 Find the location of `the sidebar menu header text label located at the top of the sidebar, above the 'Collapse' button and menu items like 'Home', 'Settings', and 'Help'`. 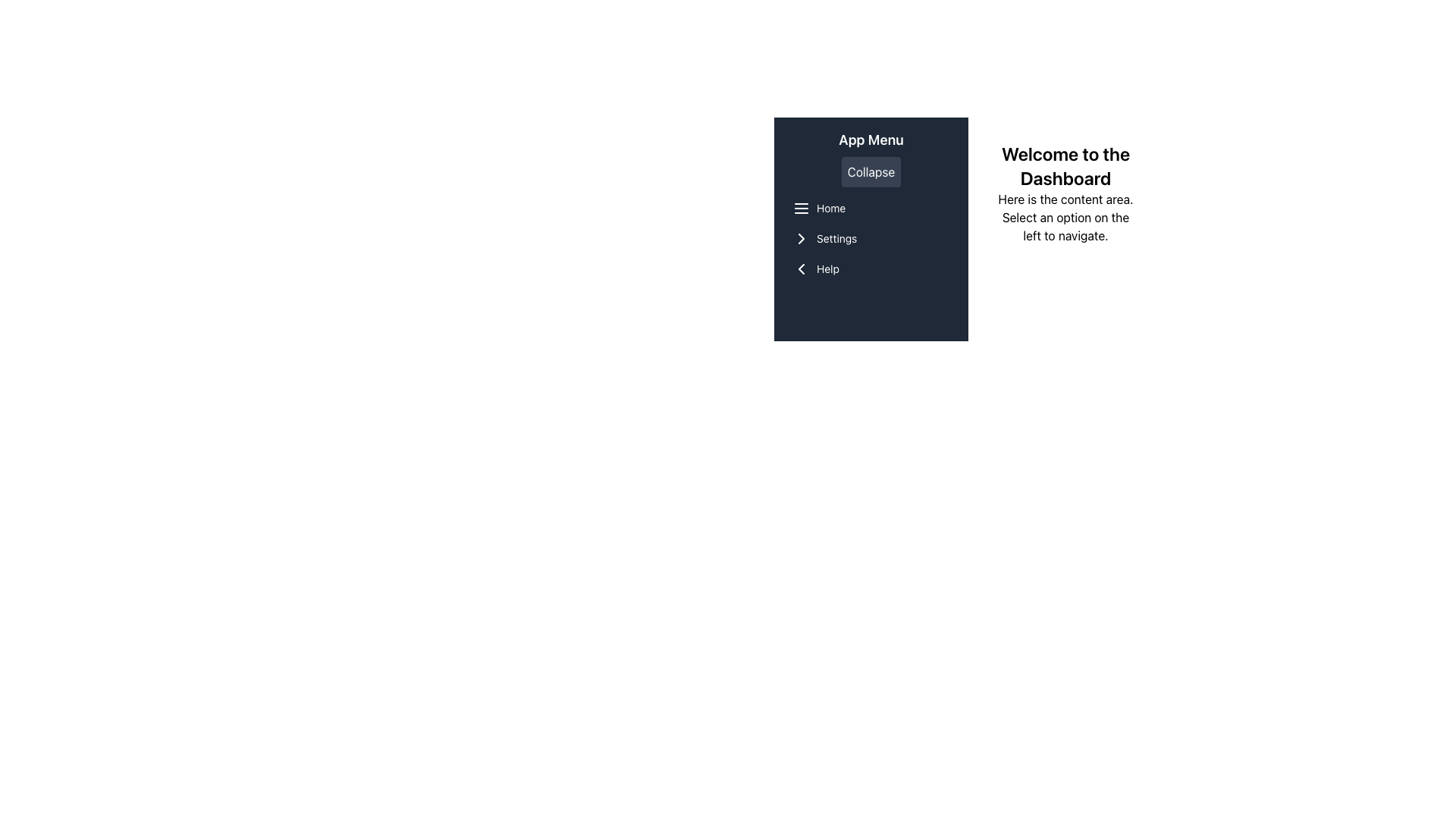

the sidebar menu header text label located at the top of the sidebar, above the 'Collapse' button and menu items like 'Home', 'Settings', and 'Help' is located at coordinates (871, 140).